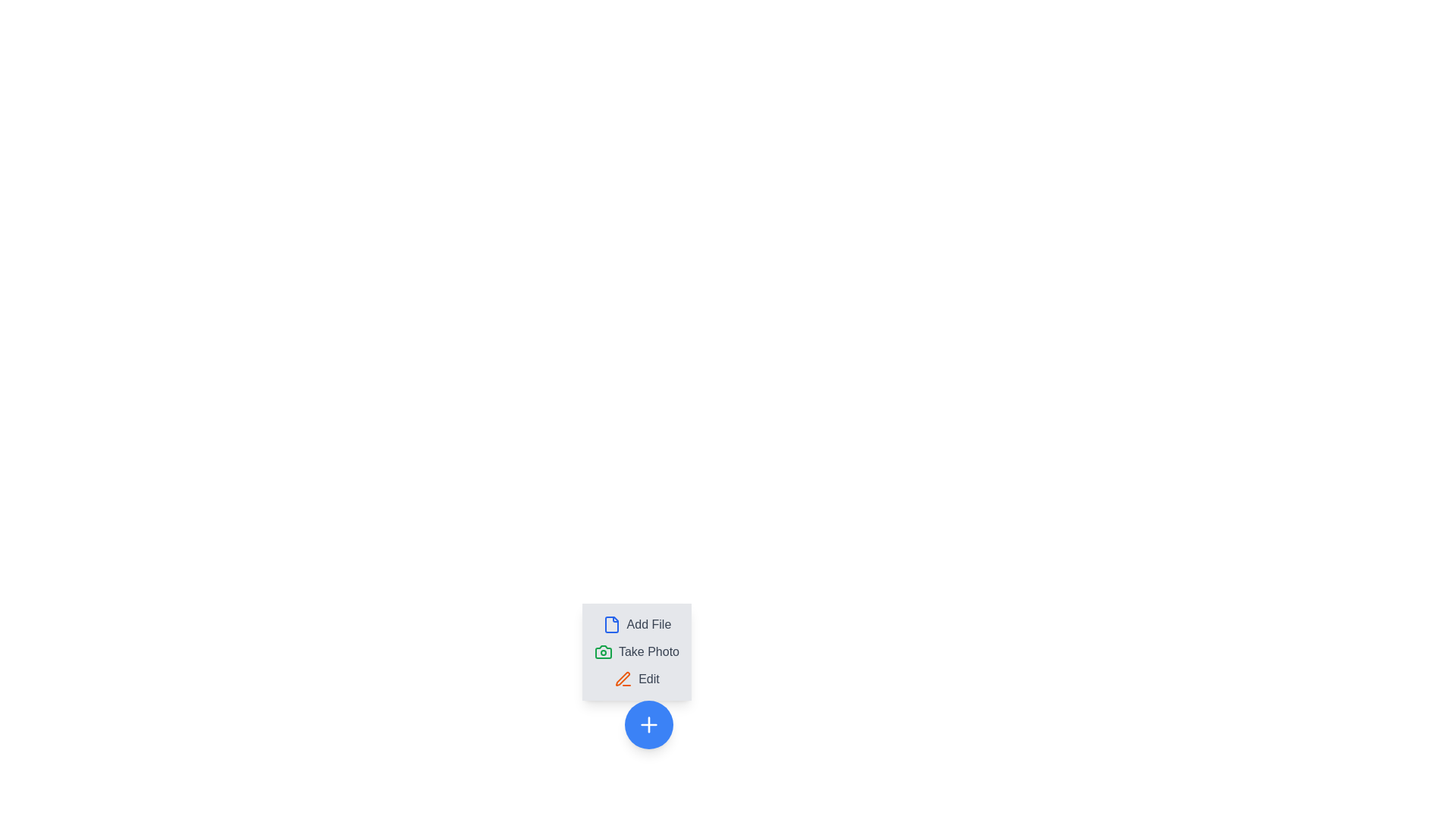  I want to click on the file upload icon located at the start of the horizontal layout next to the 'Add File' label, so click(611, 625).